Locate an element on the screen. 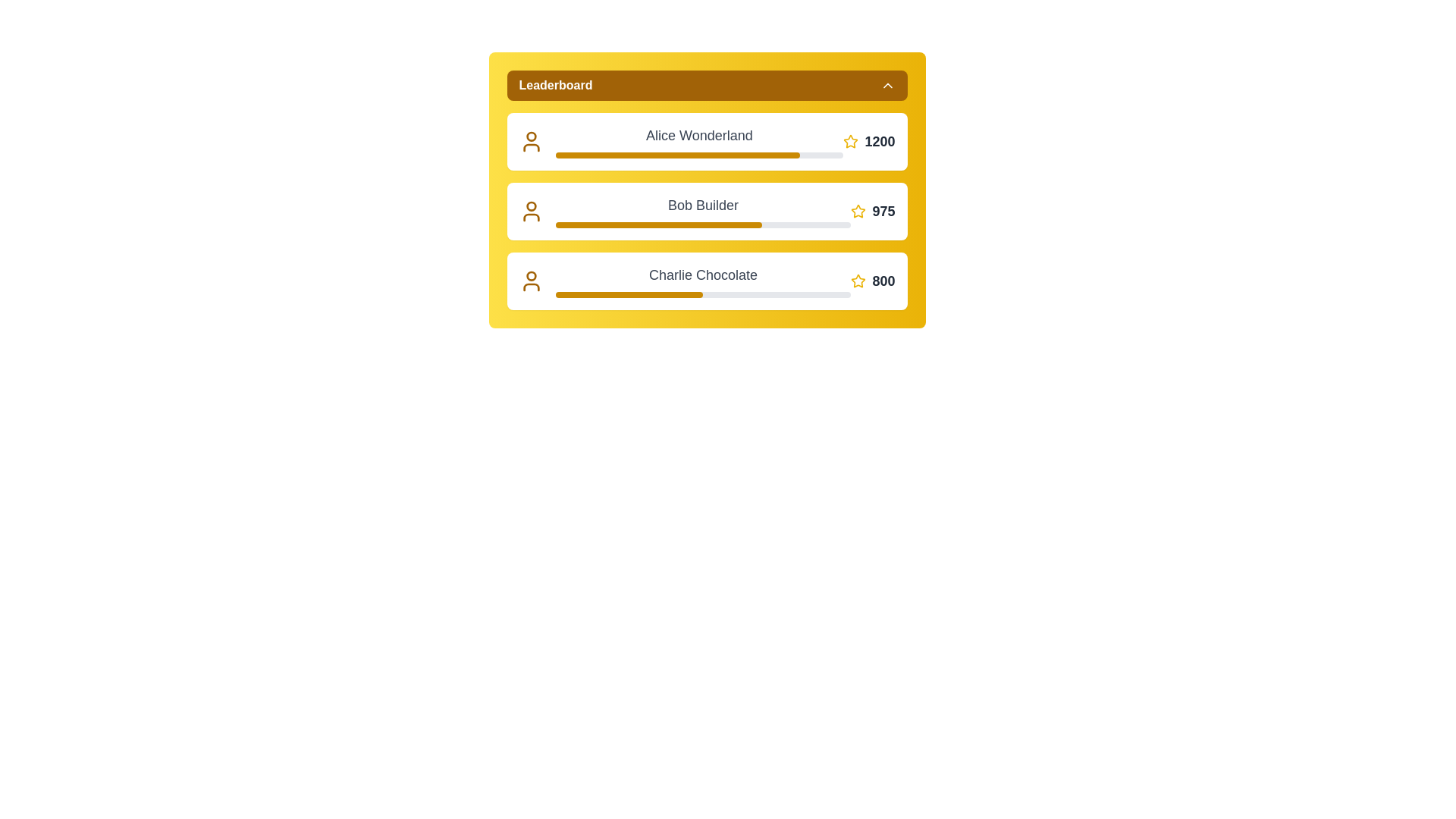  the progress bar styled with a gray background and a yellow filled section located below the text 'Alice Wonderland' in the first leaderboard row is located at coordinates (698, 155).